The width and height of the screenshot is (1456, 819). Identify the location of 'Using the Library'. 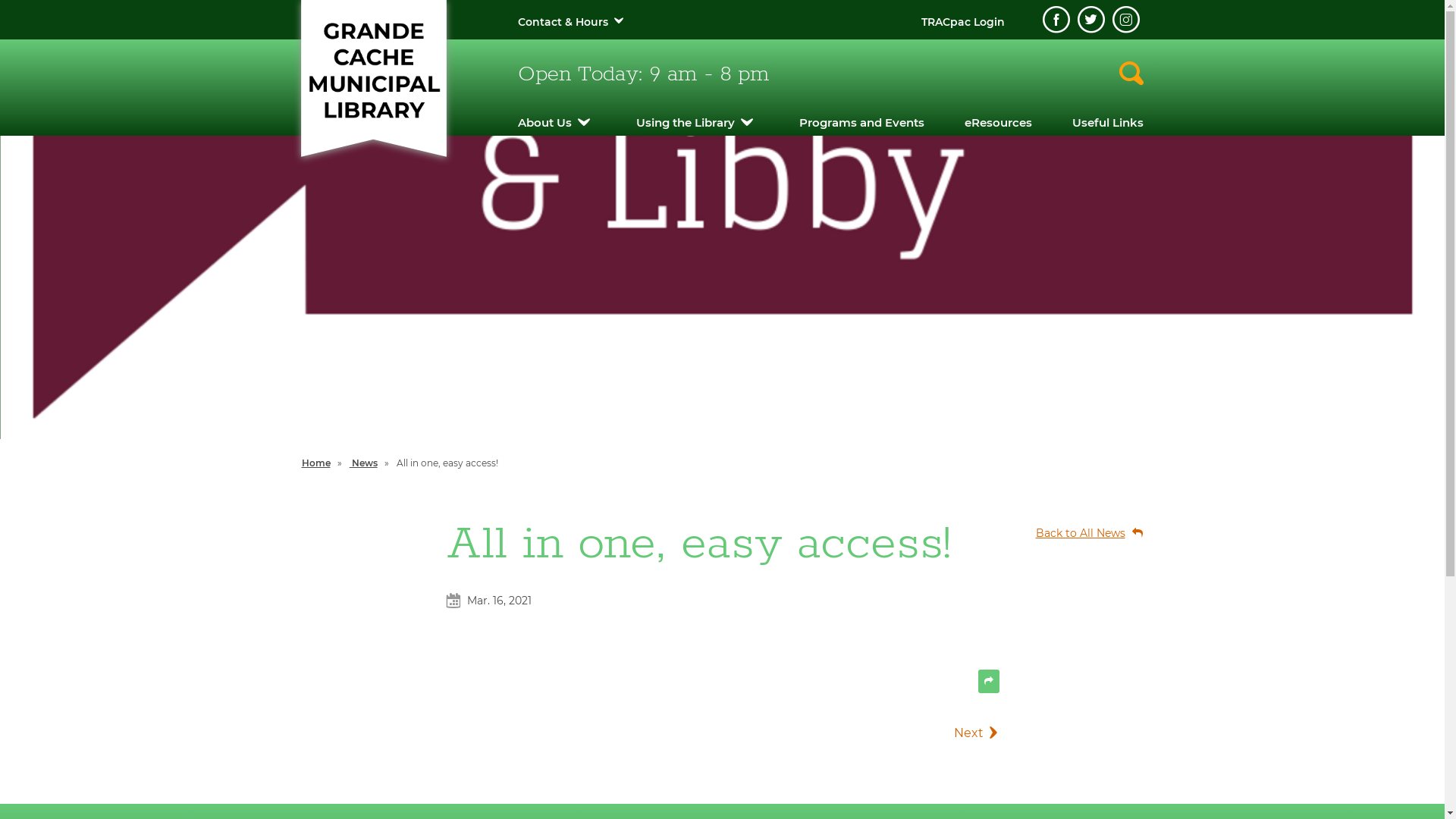
(635, 121).